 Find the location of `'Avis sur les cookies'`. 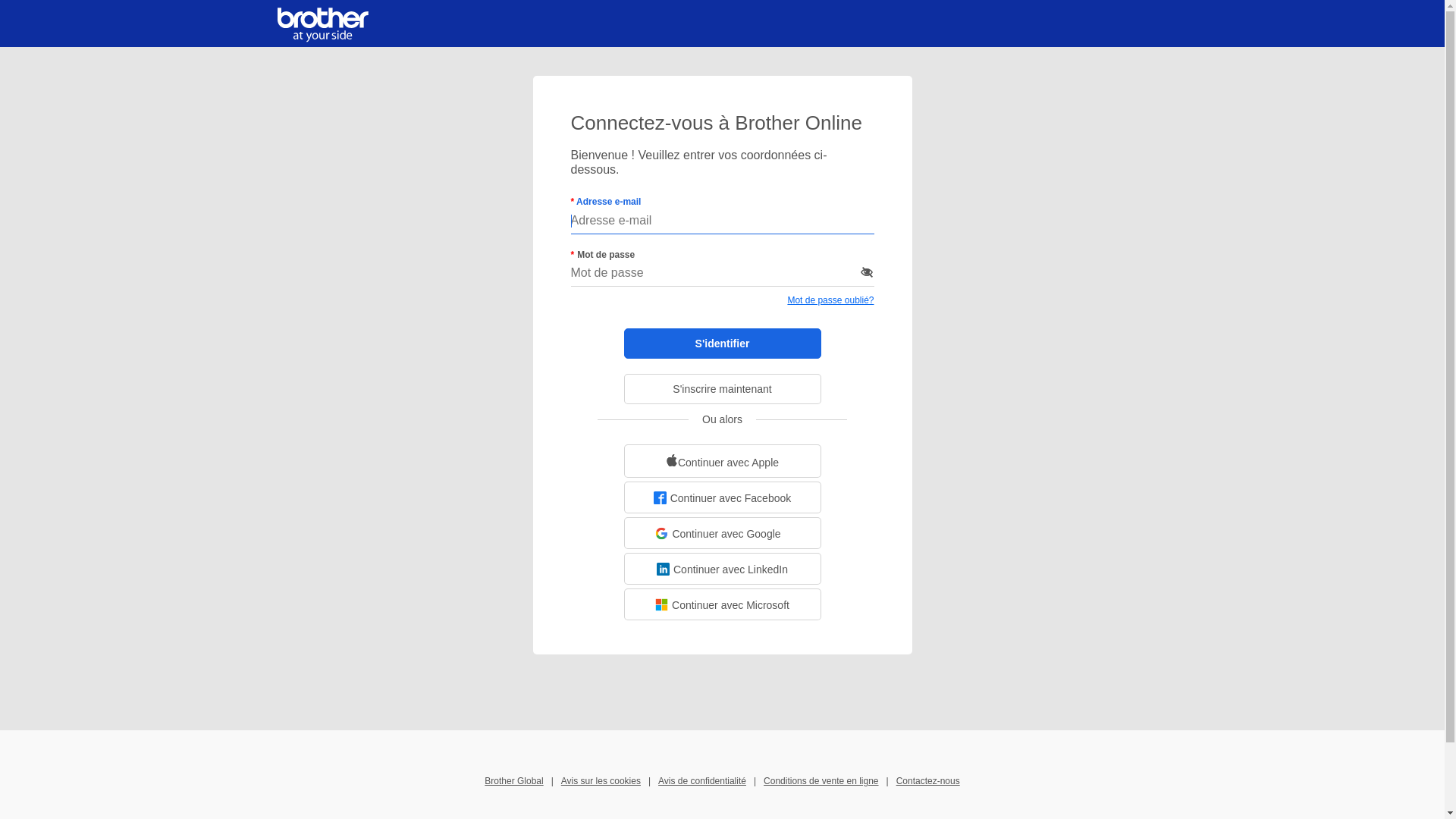

'Avis sur les cookies' is located at coordinates (600, 780).